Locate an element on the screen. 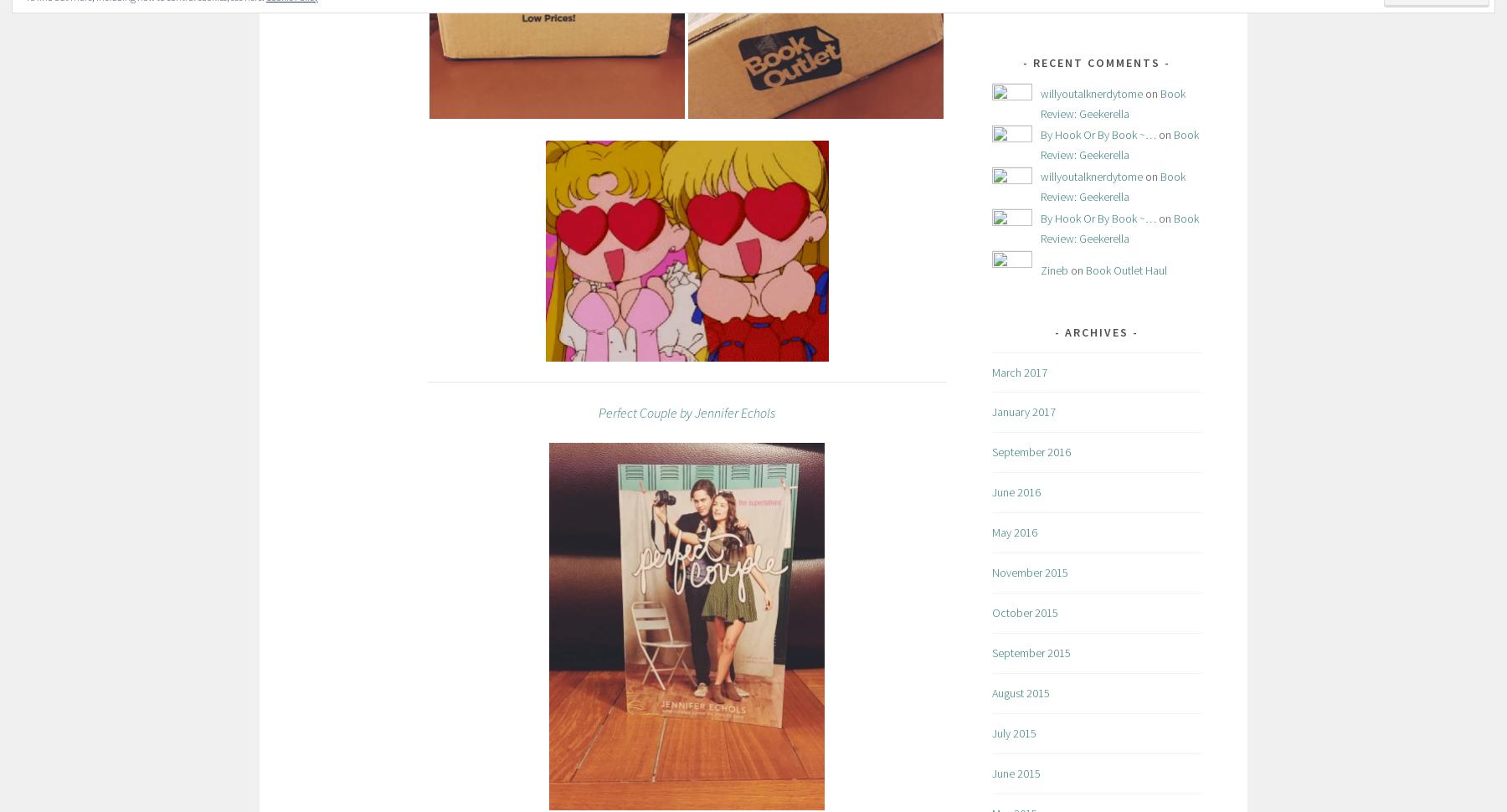  'September 2015' is located at coordinates (1030, 652).